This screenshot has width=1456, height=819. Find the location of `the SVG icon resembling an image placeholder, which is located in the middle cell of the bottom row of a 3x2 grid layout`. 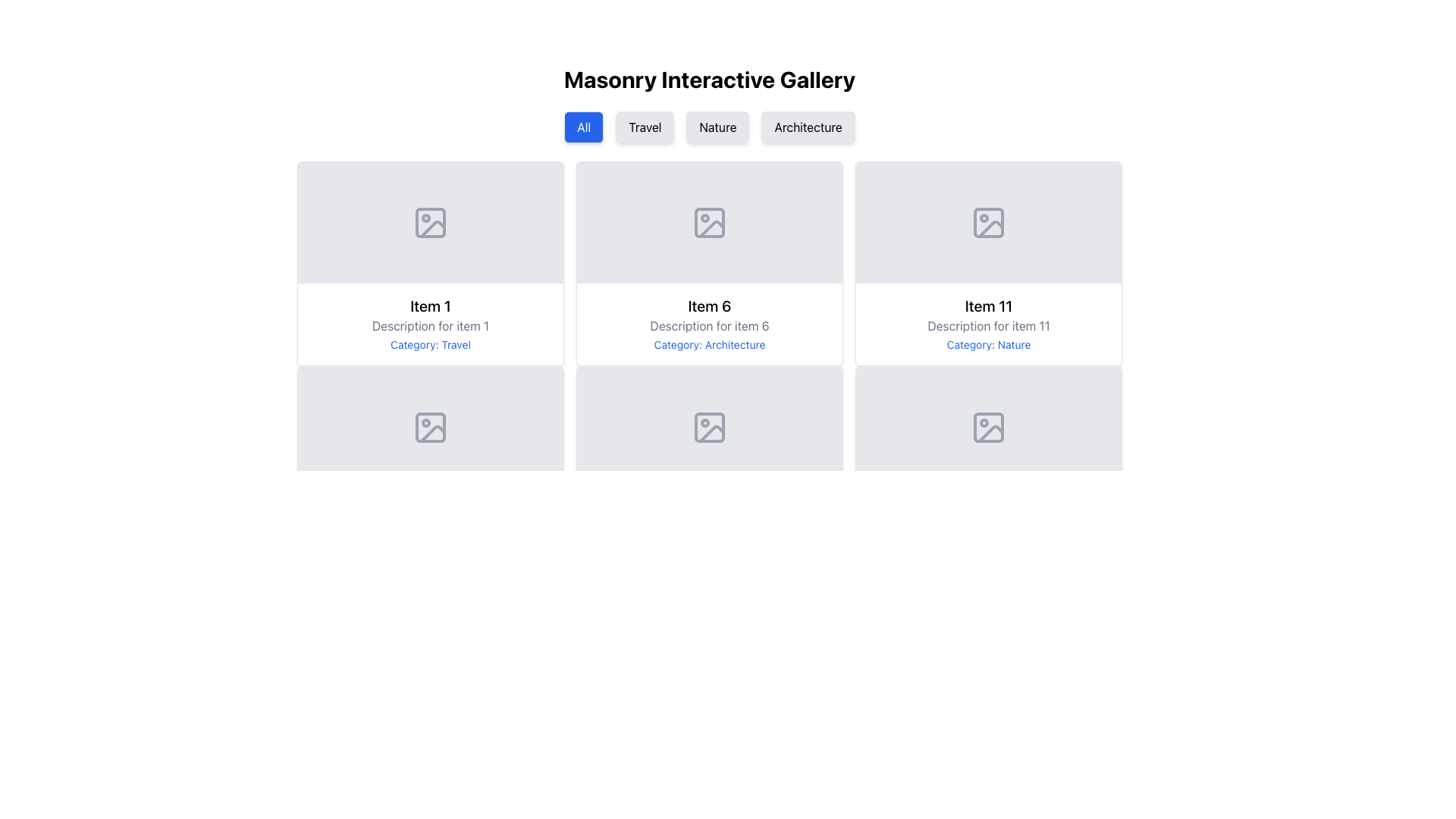

the SVG icon resembling an image placeholder, which is located in the middle cell of the bottom row of a 3x2 grid layout is located at coordinates (709, 427).